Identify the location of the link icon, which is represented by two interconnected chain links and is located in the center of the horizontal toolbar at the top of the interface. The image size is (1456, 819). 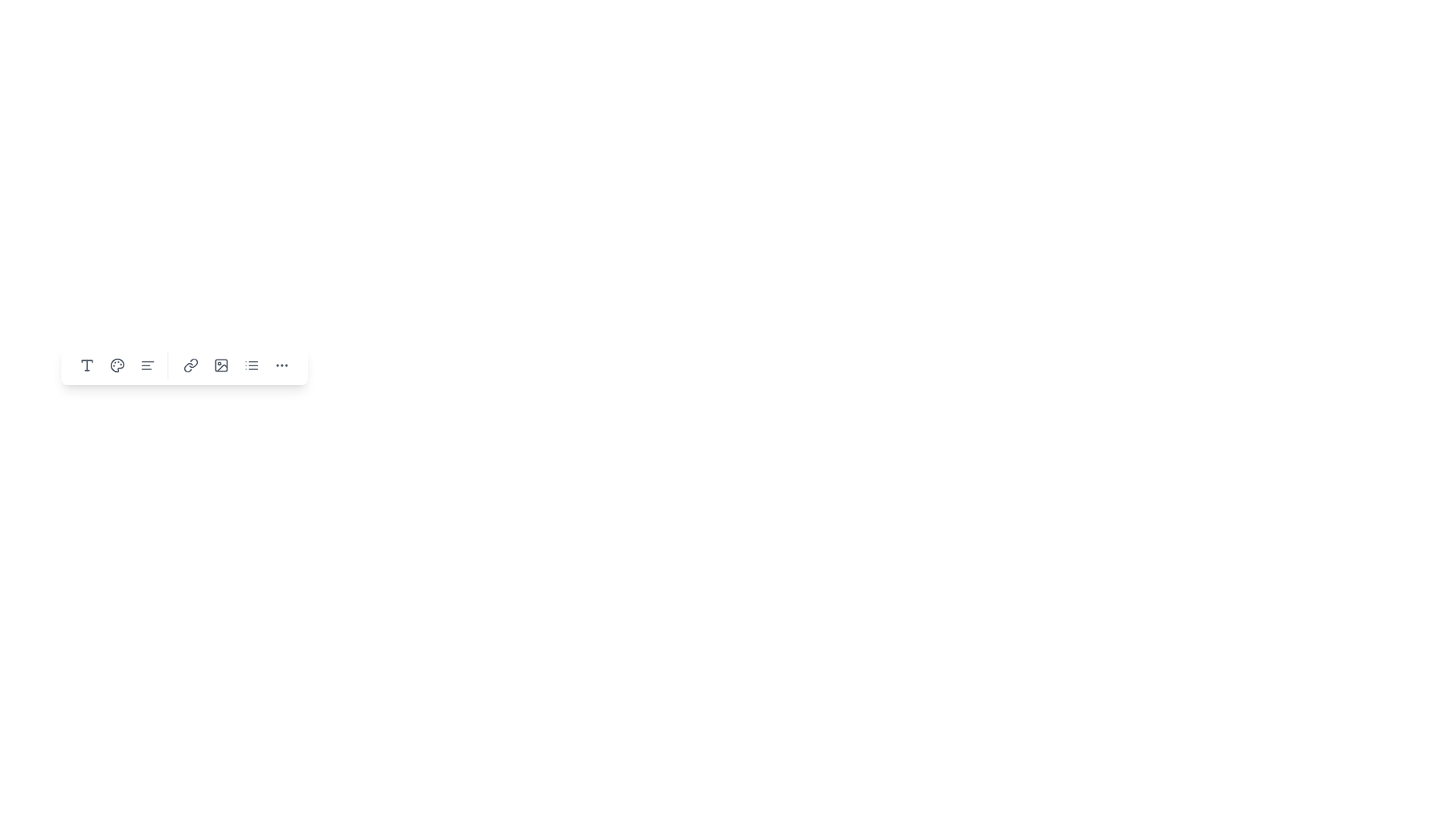
(190, 366).